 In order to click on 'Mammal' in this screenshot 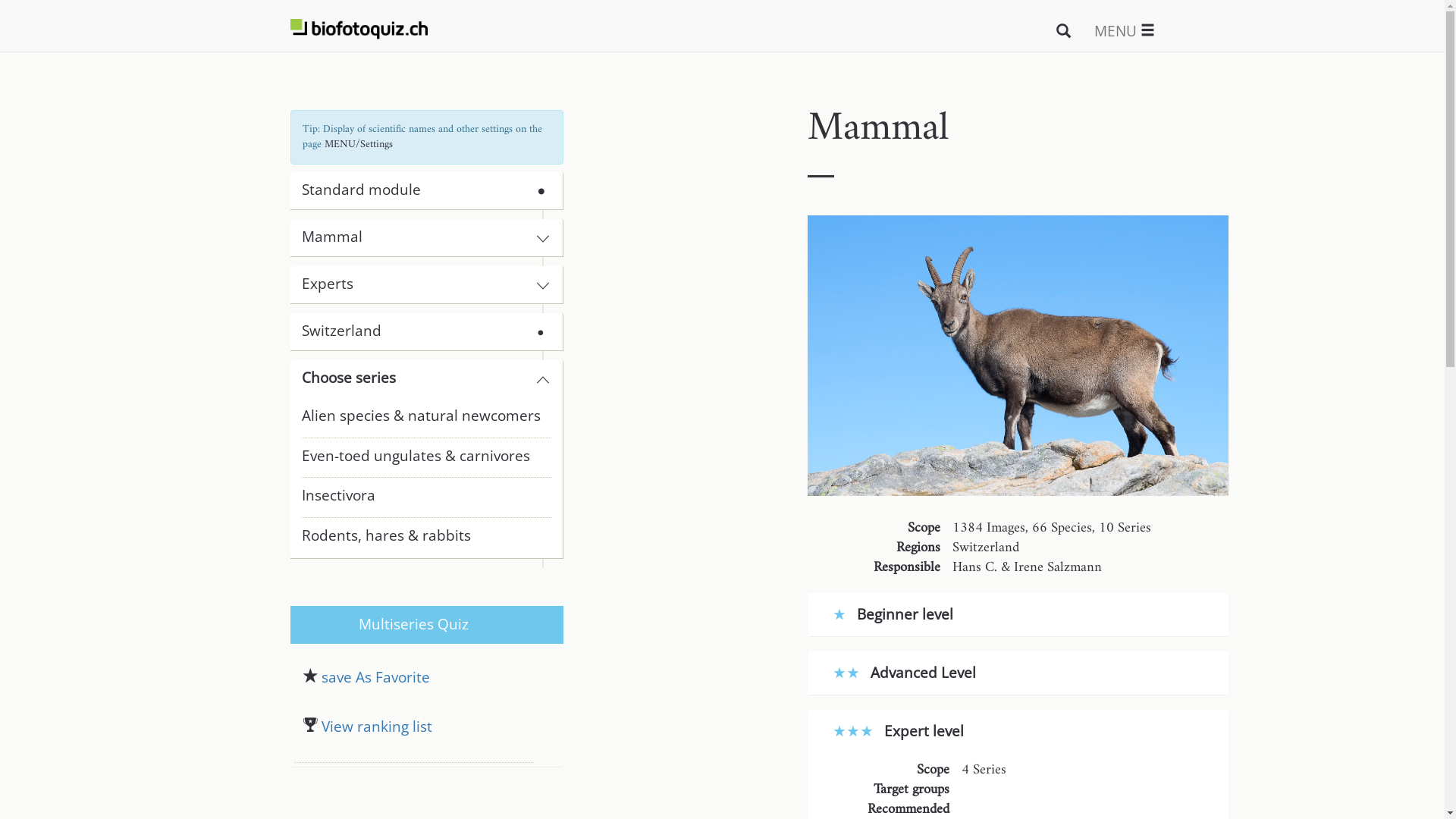, I will do `click(414, 236)`.